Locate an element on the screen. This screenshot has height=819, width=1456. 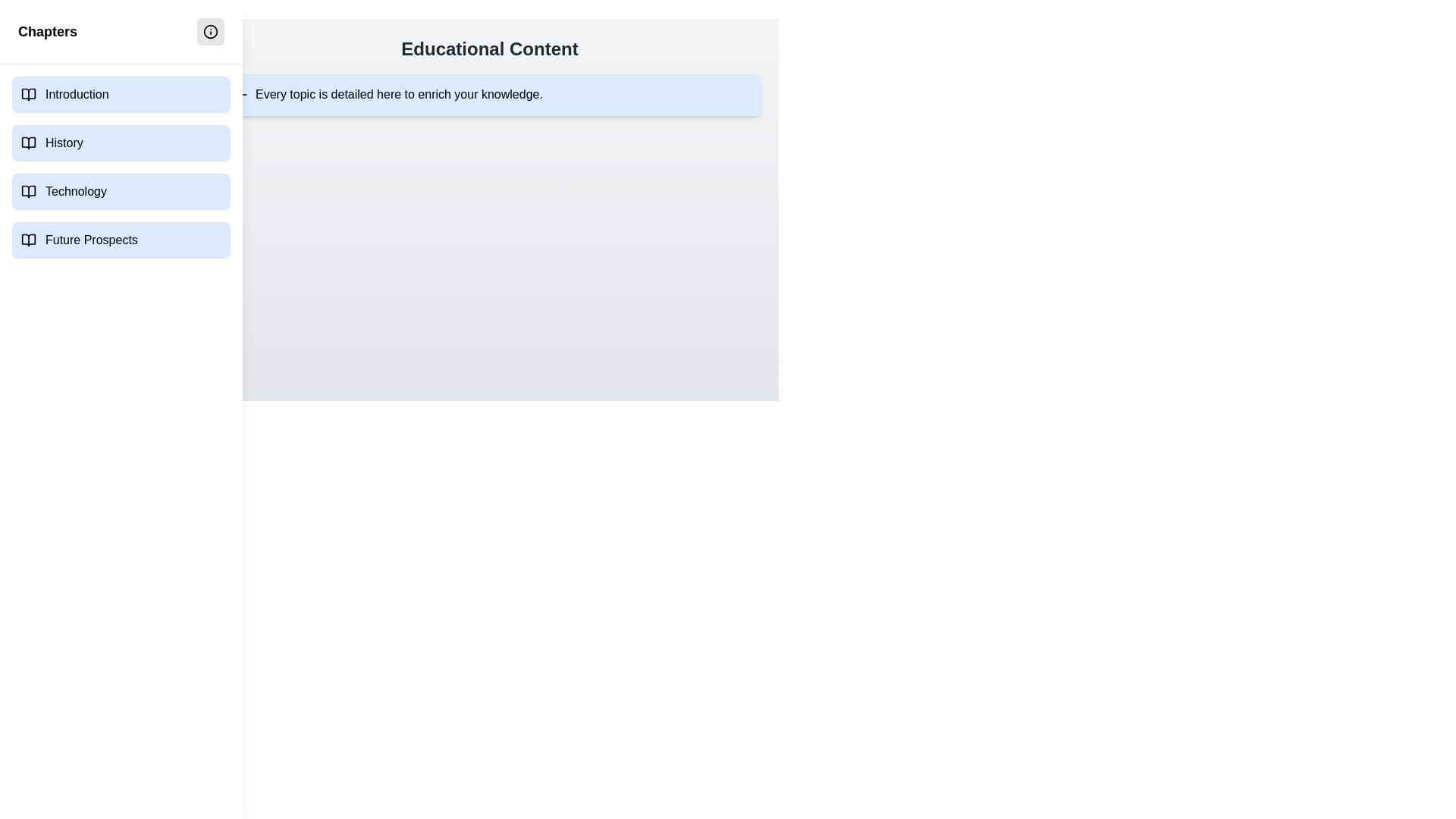
the chapter named Technology to navigate to it is located at coordinates (120, 191).